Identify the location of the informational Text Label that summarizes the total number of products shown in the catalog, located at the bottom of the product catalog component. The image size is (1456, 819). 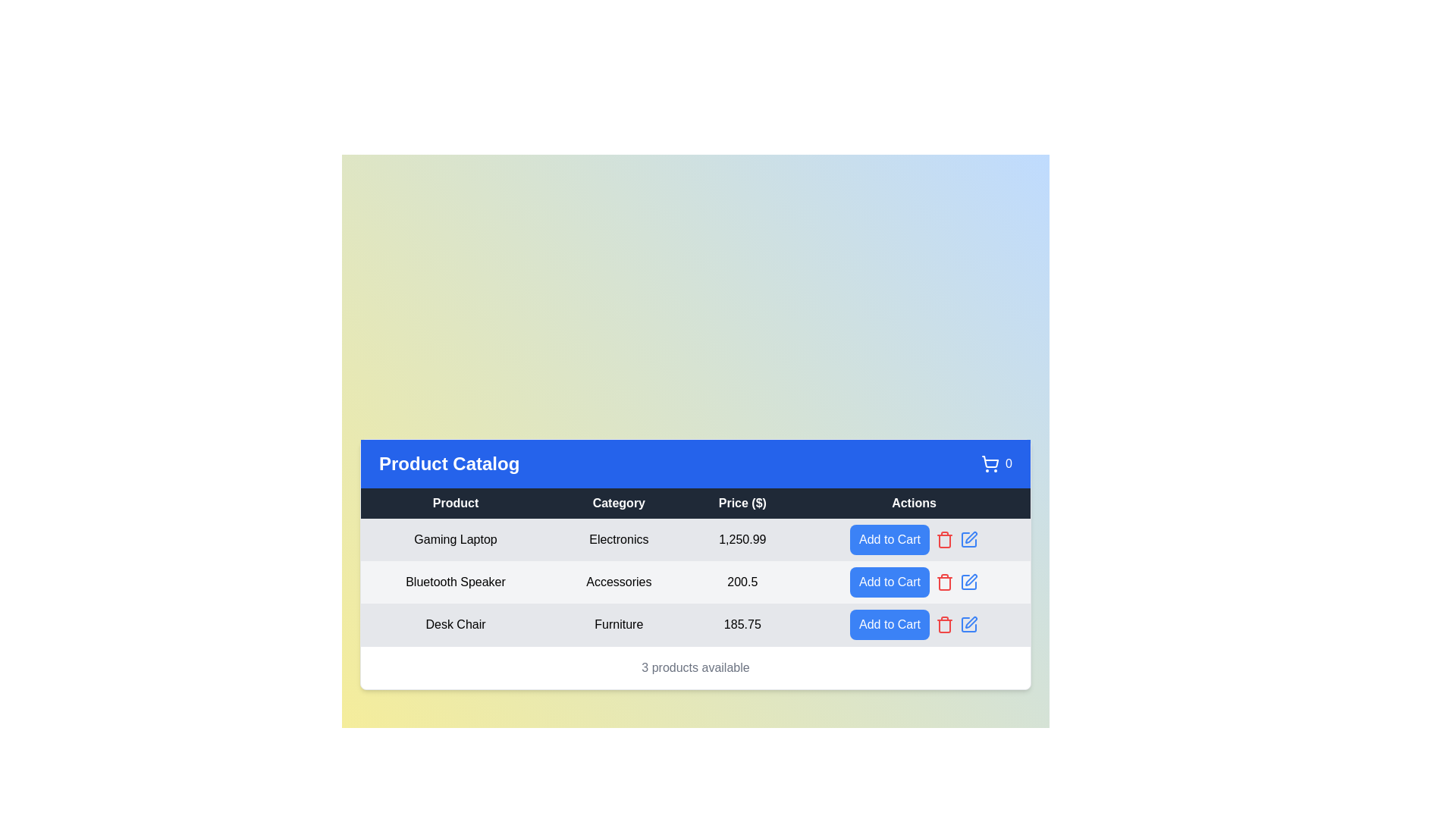
(695, 666).